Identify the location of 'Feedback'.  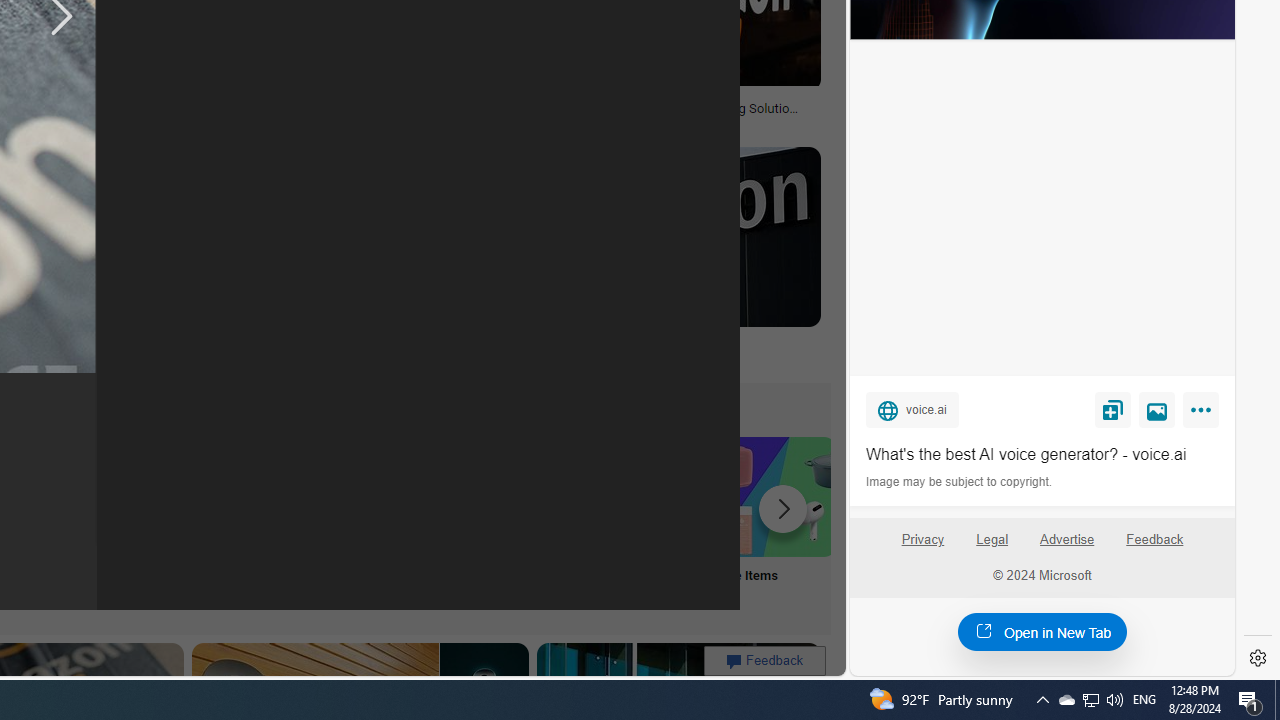
(1155, 547).